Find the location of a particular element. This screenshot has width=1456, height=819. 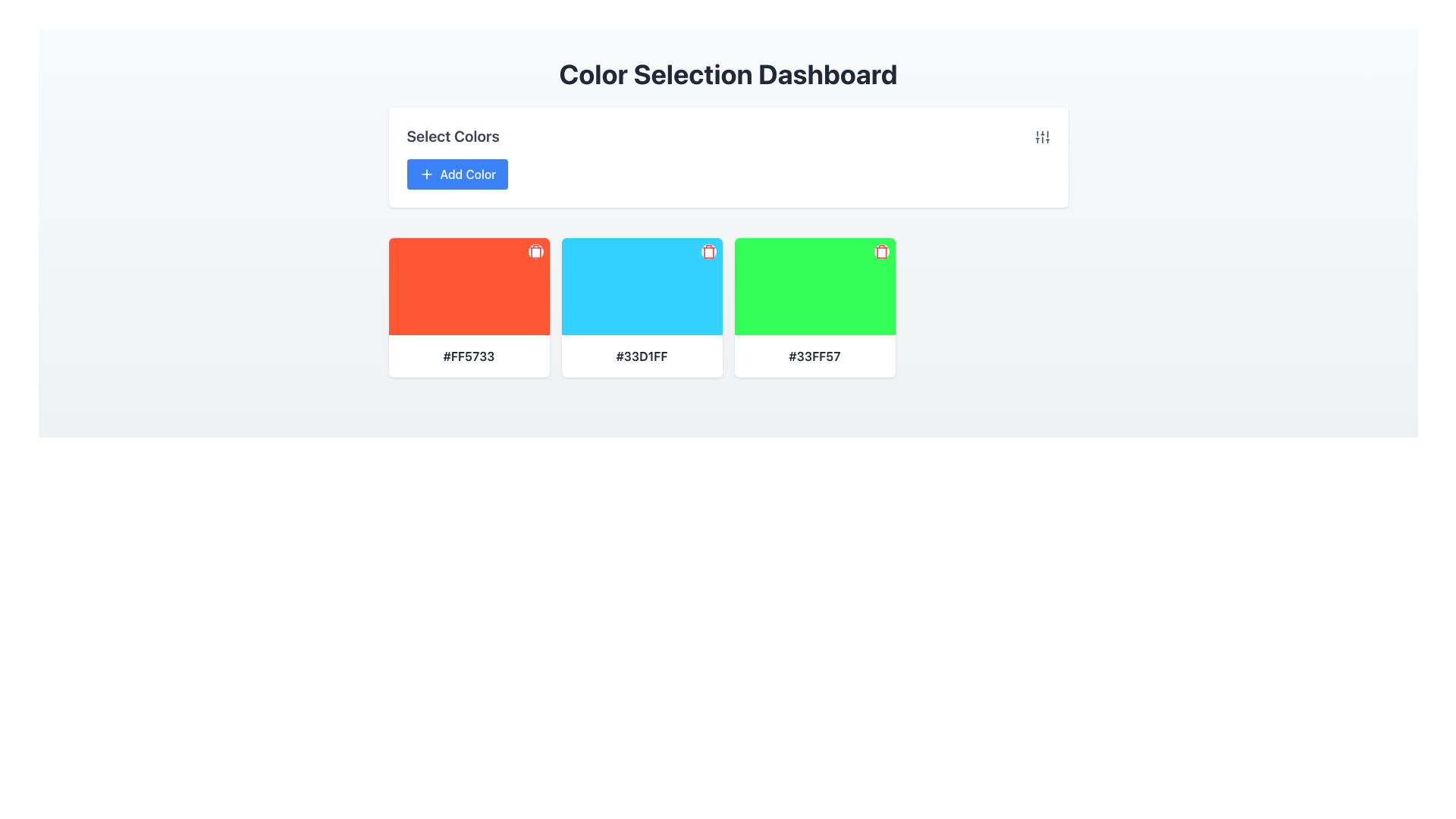

the addition icon located inside the 'Add Color' button is located at coordinates (425, 174).